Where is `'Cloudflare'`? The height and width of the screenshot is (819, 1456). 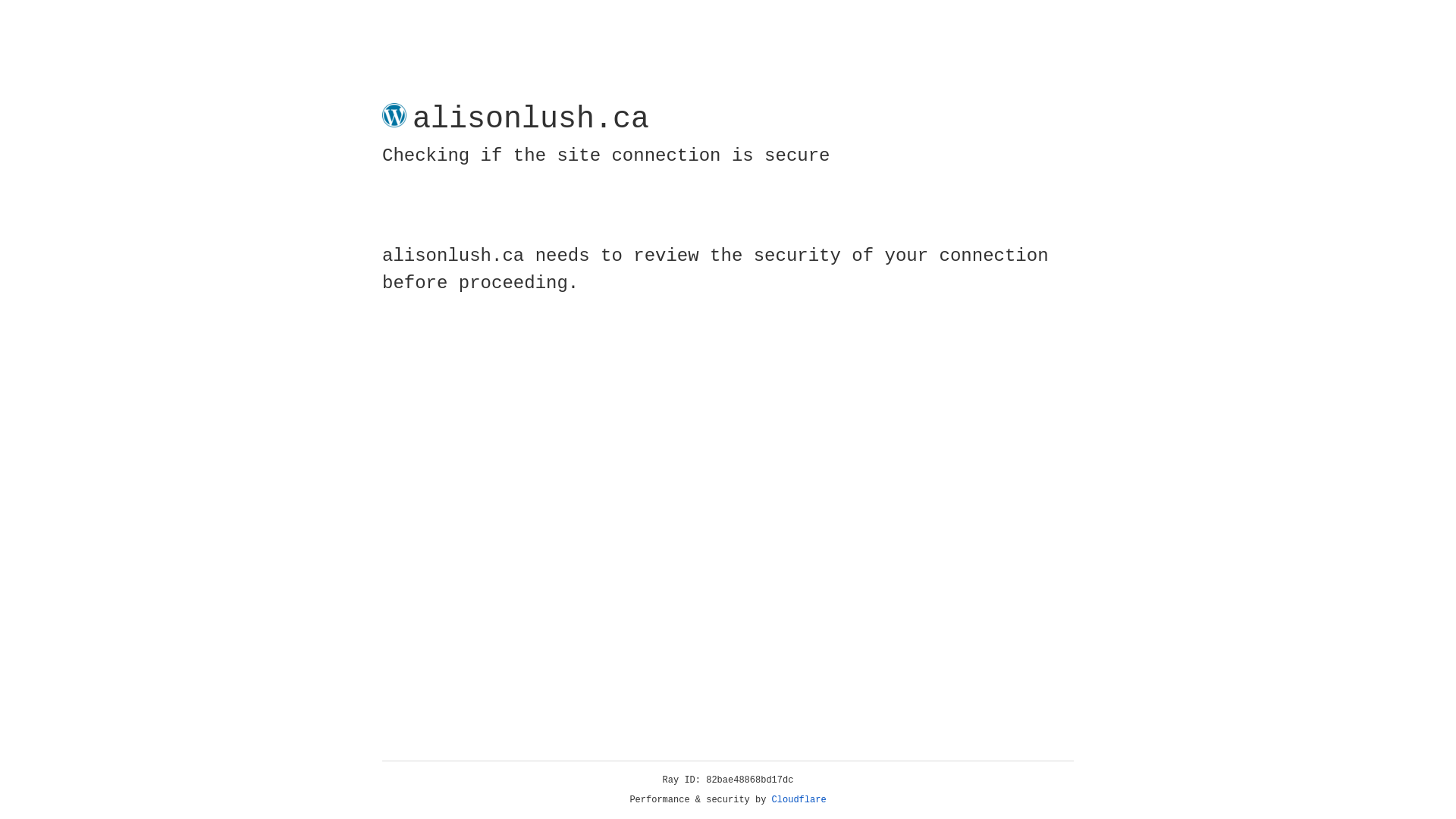 'Cloudflare' is located at coordinates (799, 799).